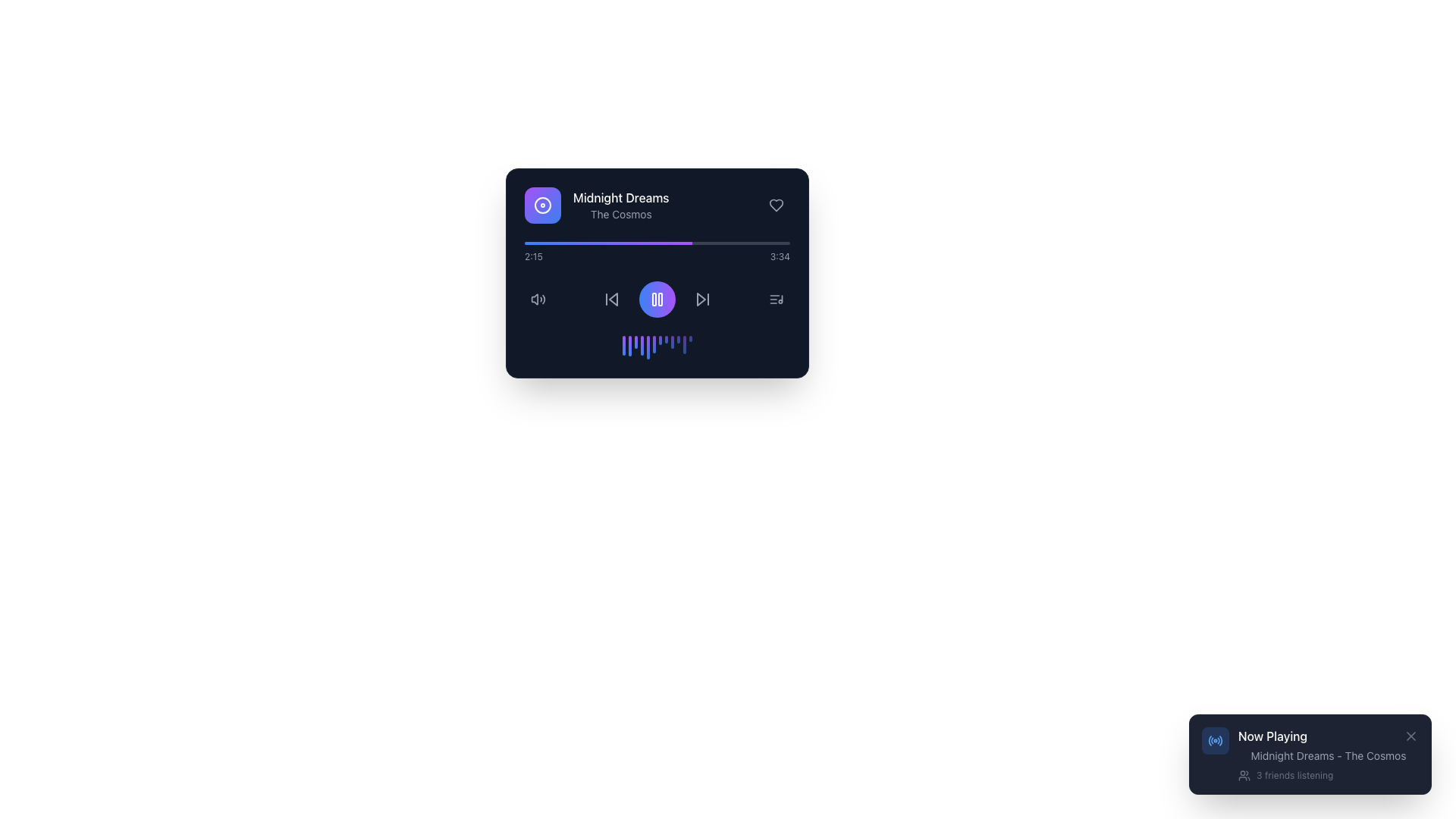 The image size is (1456, 819). I want to click on text label indicating the current state of the music player, which shows that a song is currently playing. This label is located on the right-hand side of a notification UI component at the bottom-right corner of the interface, so click(1272, 736).